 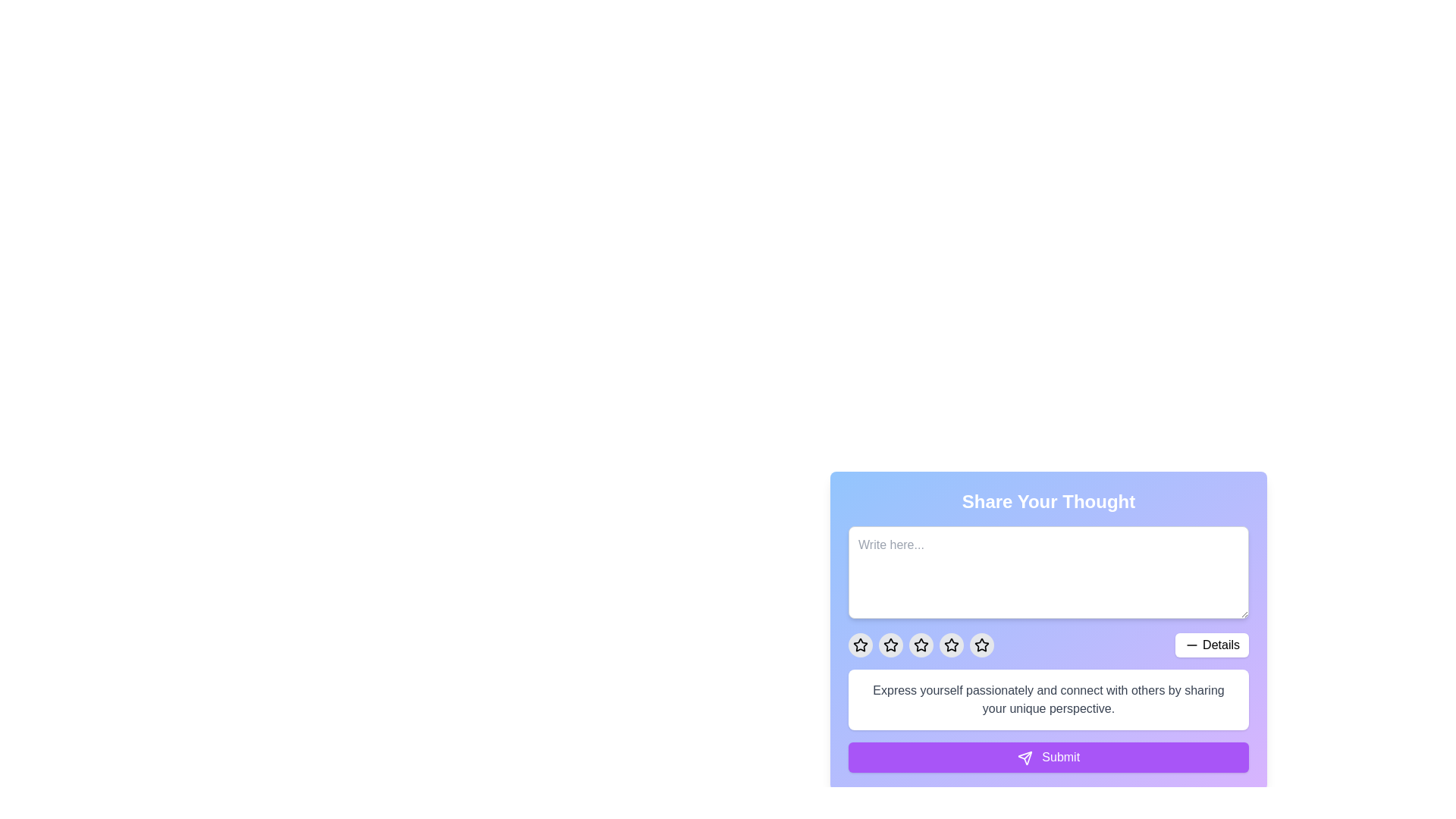 I want to click on another element, so click(x=982, y=645).